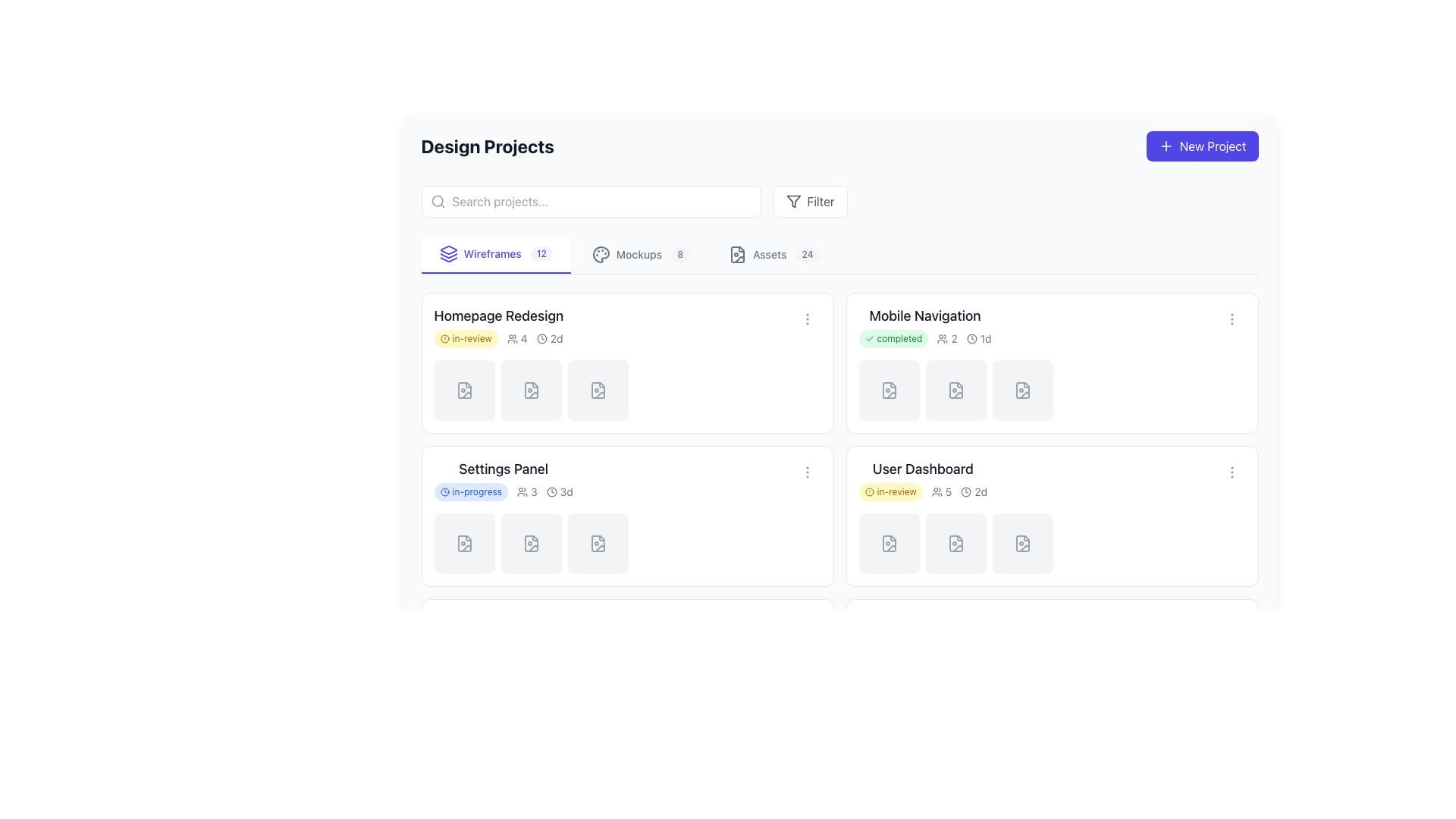 The image size is (1456, 819). I want to click on the icon representing multiple users associated with the 'User Dashboard' project, located near the bottom-right corner of the interface, so click(936, 491).